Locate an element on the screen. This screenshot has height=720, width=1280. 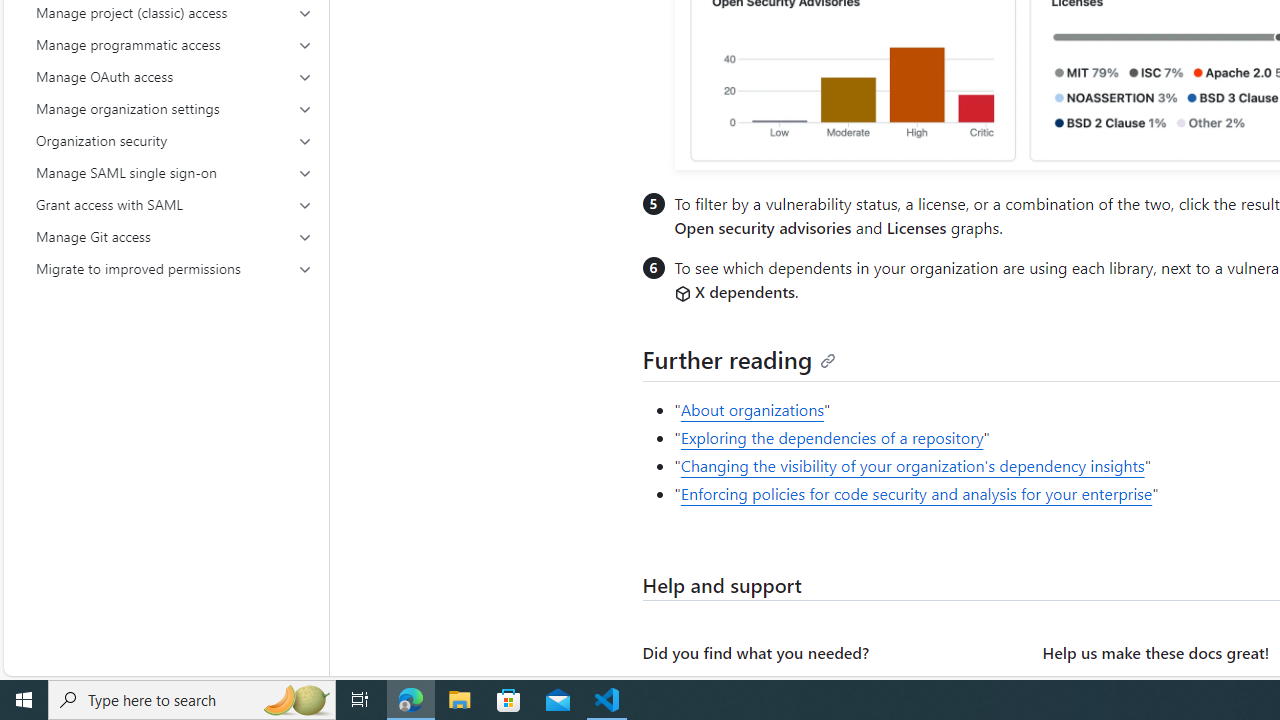
'Organization security' is located at coordinates (174, 140).